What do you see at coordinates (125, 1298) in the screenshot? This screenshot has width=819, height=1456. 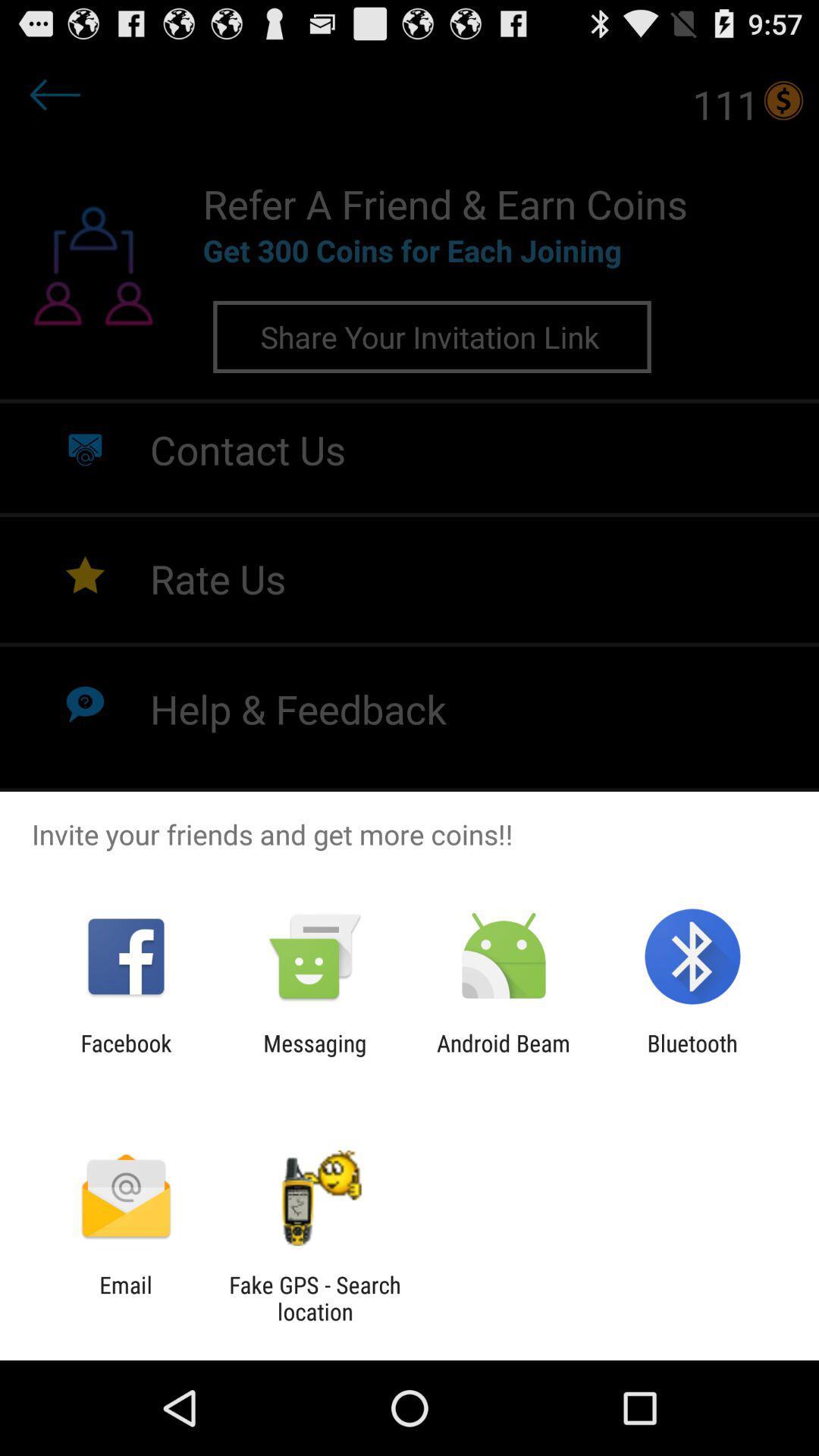 I see `email app` at bounding box center [125, 1298].